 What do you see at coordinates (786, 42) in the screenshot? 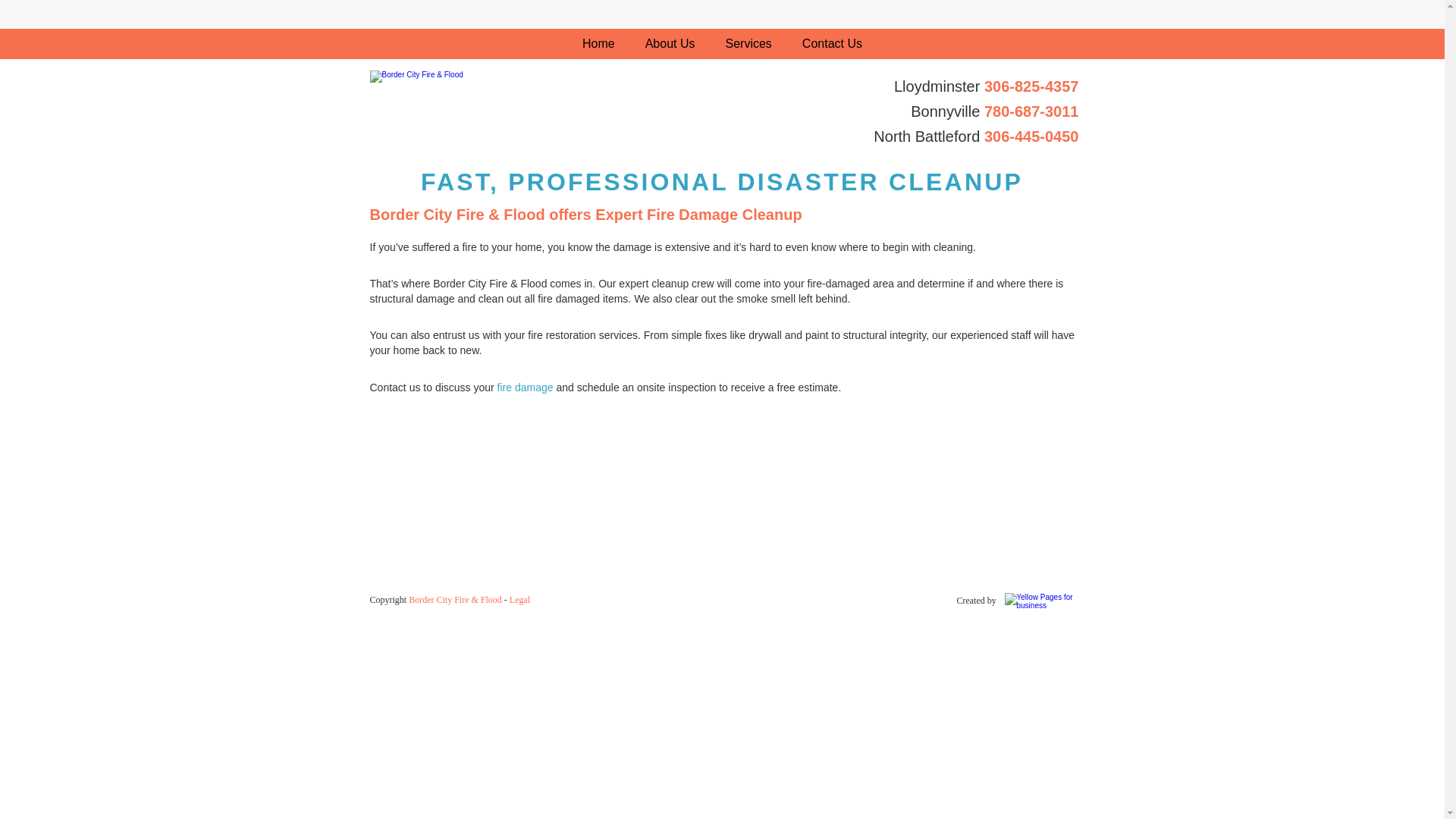
I see `'Contact Us'` at bounding box center [786, 42].